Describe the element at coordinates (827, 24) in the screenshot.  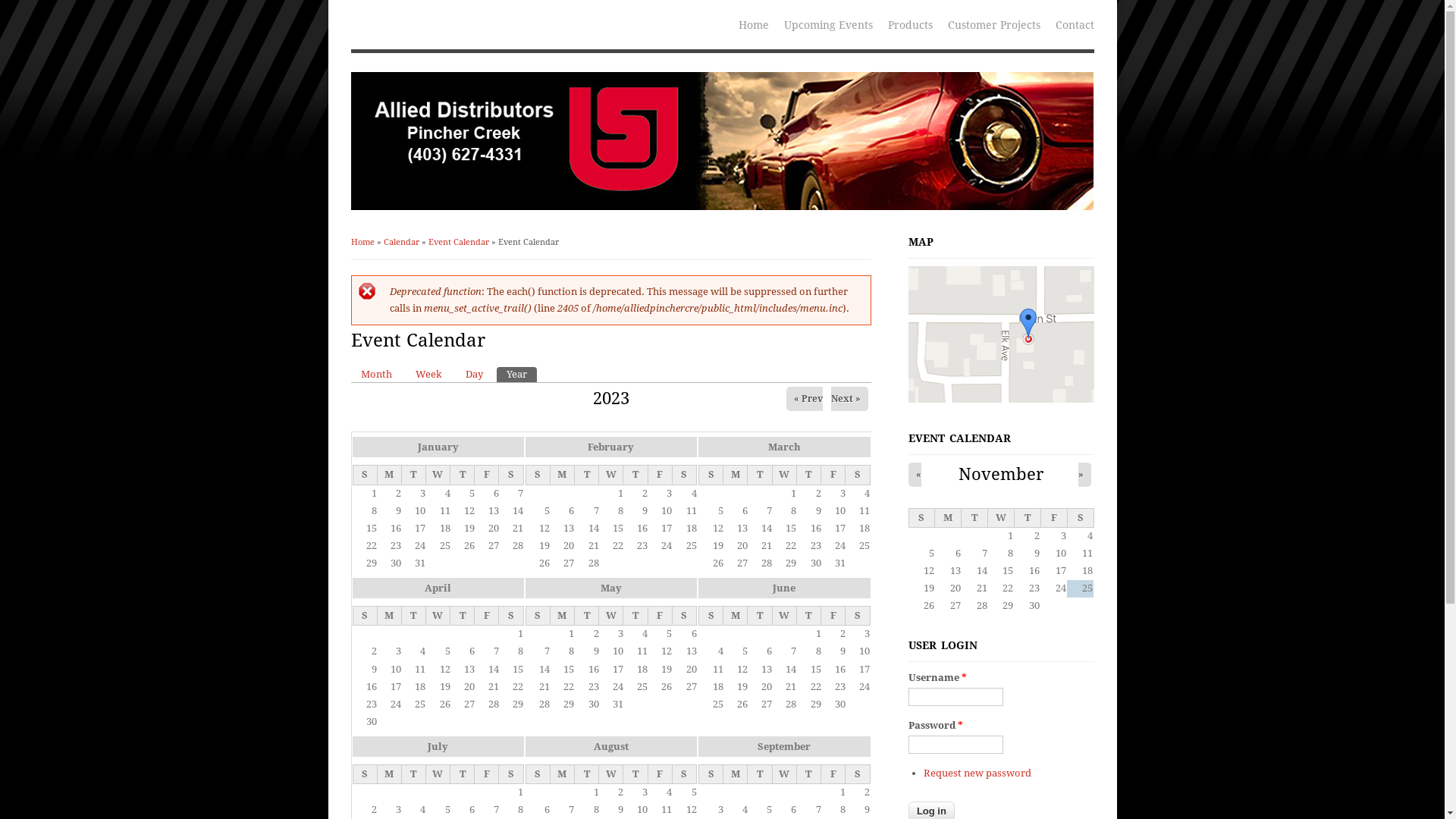
I see `'Upcoming Events'` at that location.